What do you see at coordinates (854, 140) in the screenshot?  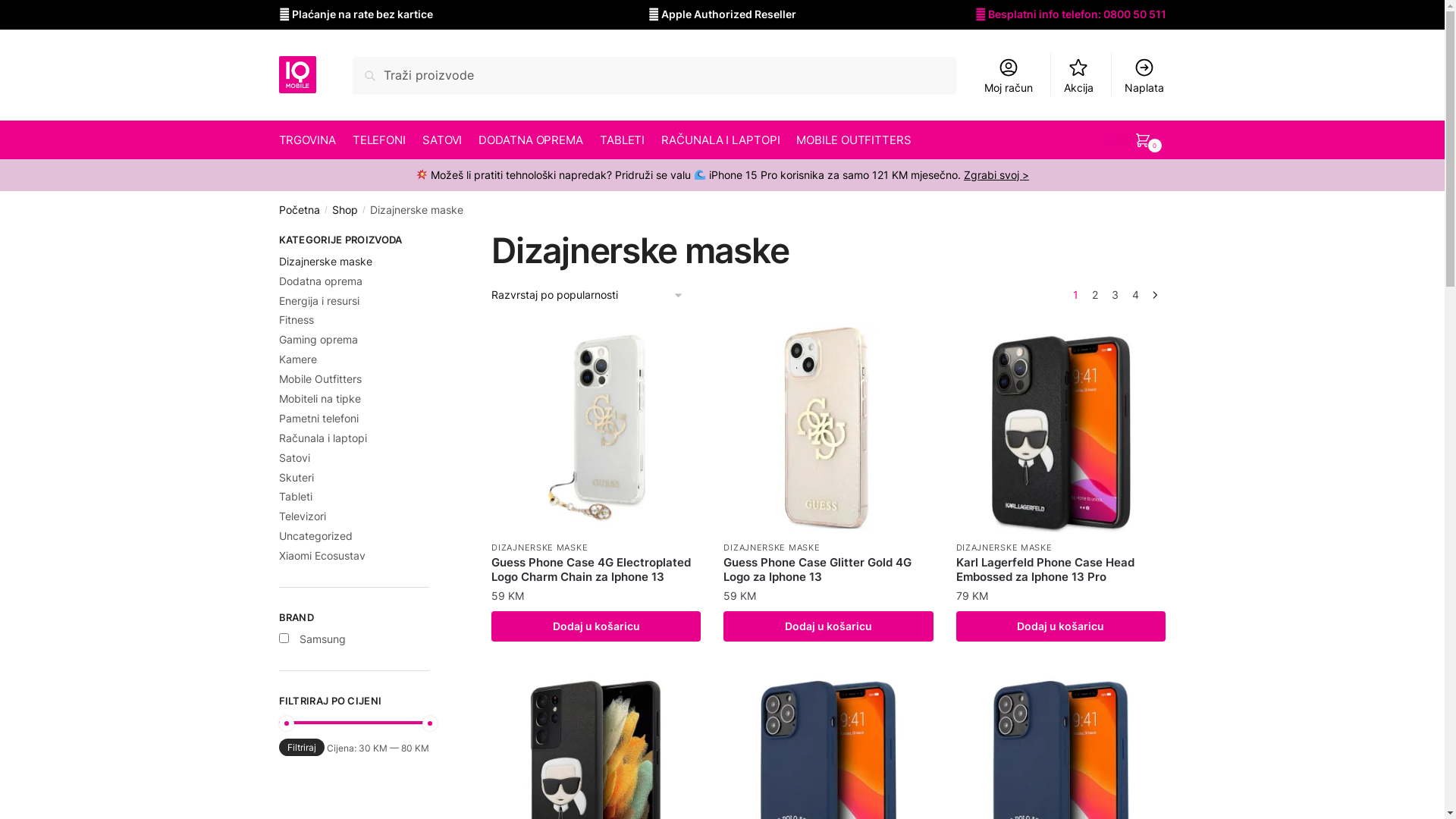 I see `'MOBILE OUTFITTERS'` at bounding box center [854, 140].